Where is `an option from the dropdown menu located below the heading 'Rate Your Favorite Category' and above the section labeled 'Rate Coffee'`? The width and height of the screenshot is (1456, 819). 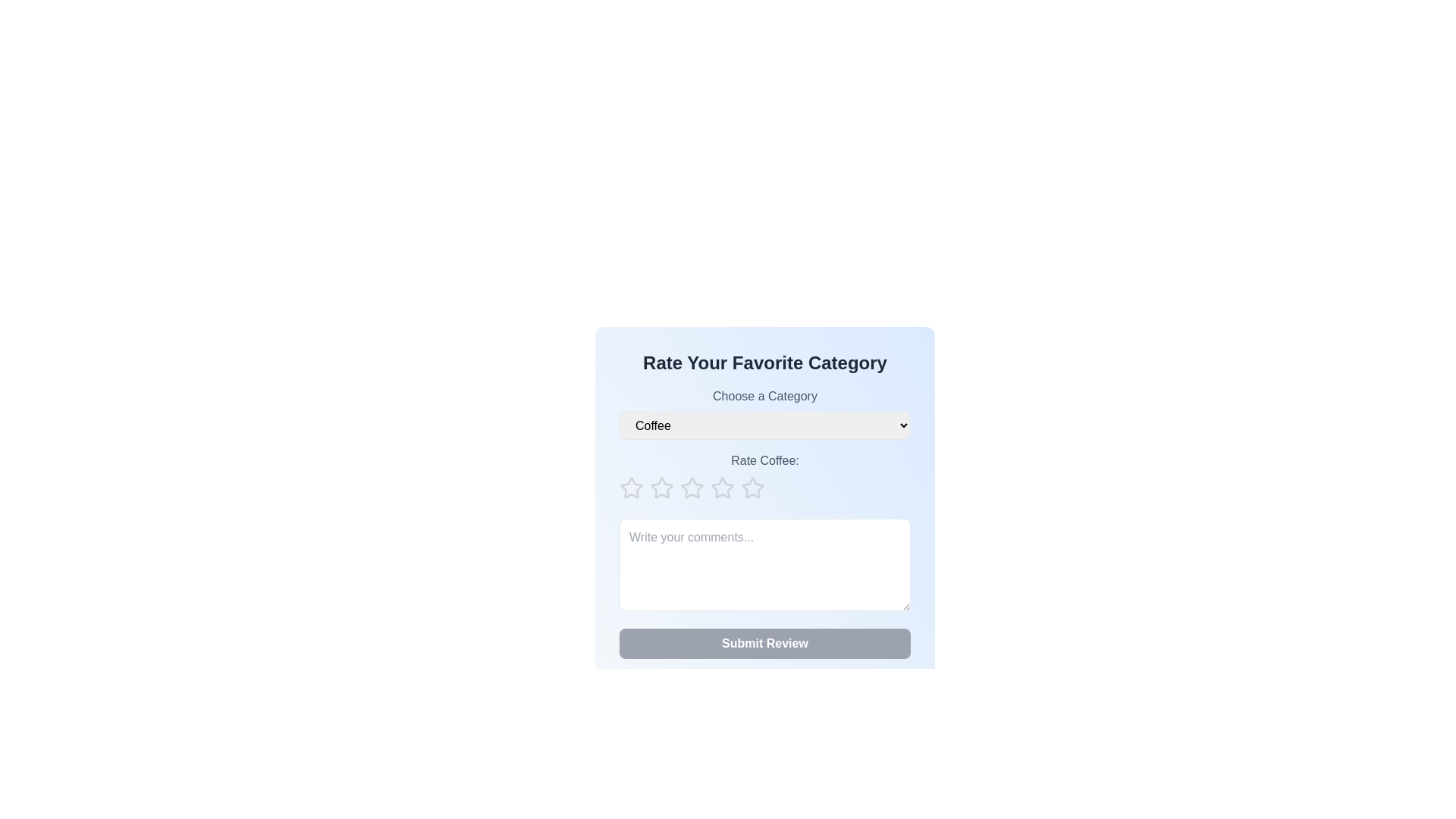
an option from the dropdown menu located below the heading 'Rate Your Favorite Category' and above the section labeled 'Rate Coffee' is located at coordinates (764, 413).